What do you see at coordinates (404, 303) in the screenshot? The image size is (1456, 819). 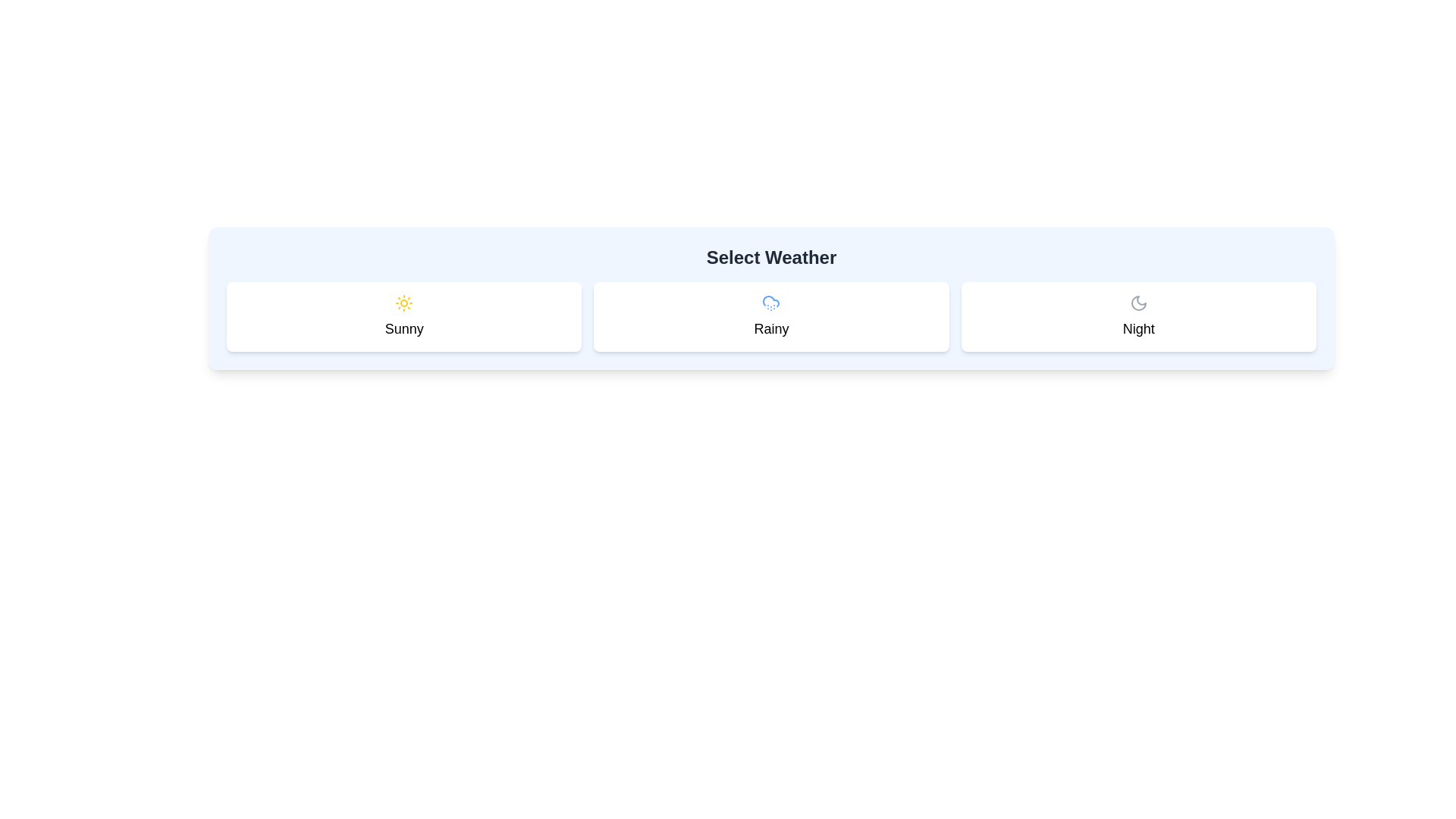 I see `the sunny weather icon located at the center of the 'Sunny' card, which is the leftmost card in the weather selection interface` at bounding box center [404, 303].